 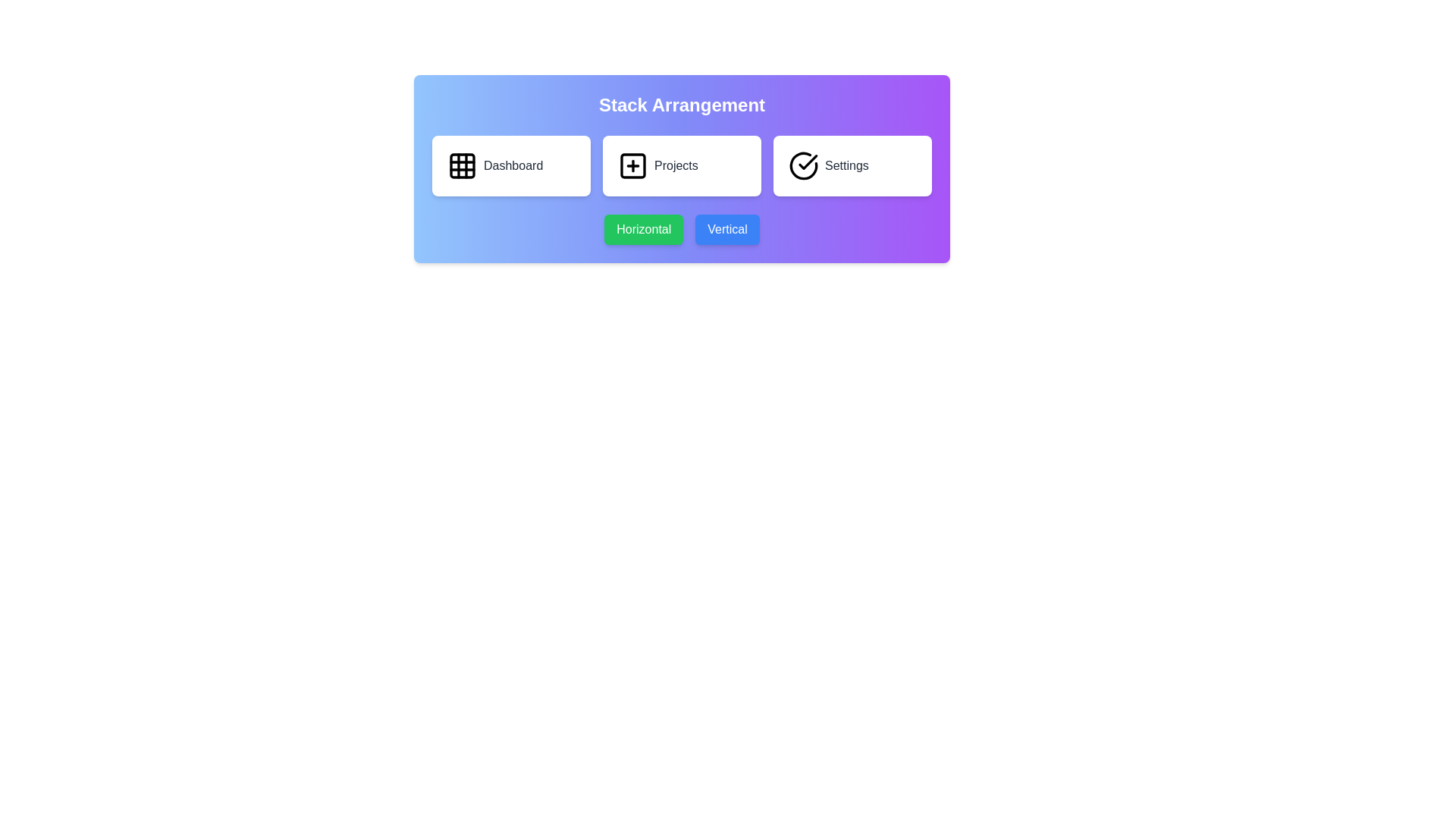 I want to click on the button located on the left side of the 'Projects' panel, so click(x=633, y=166).